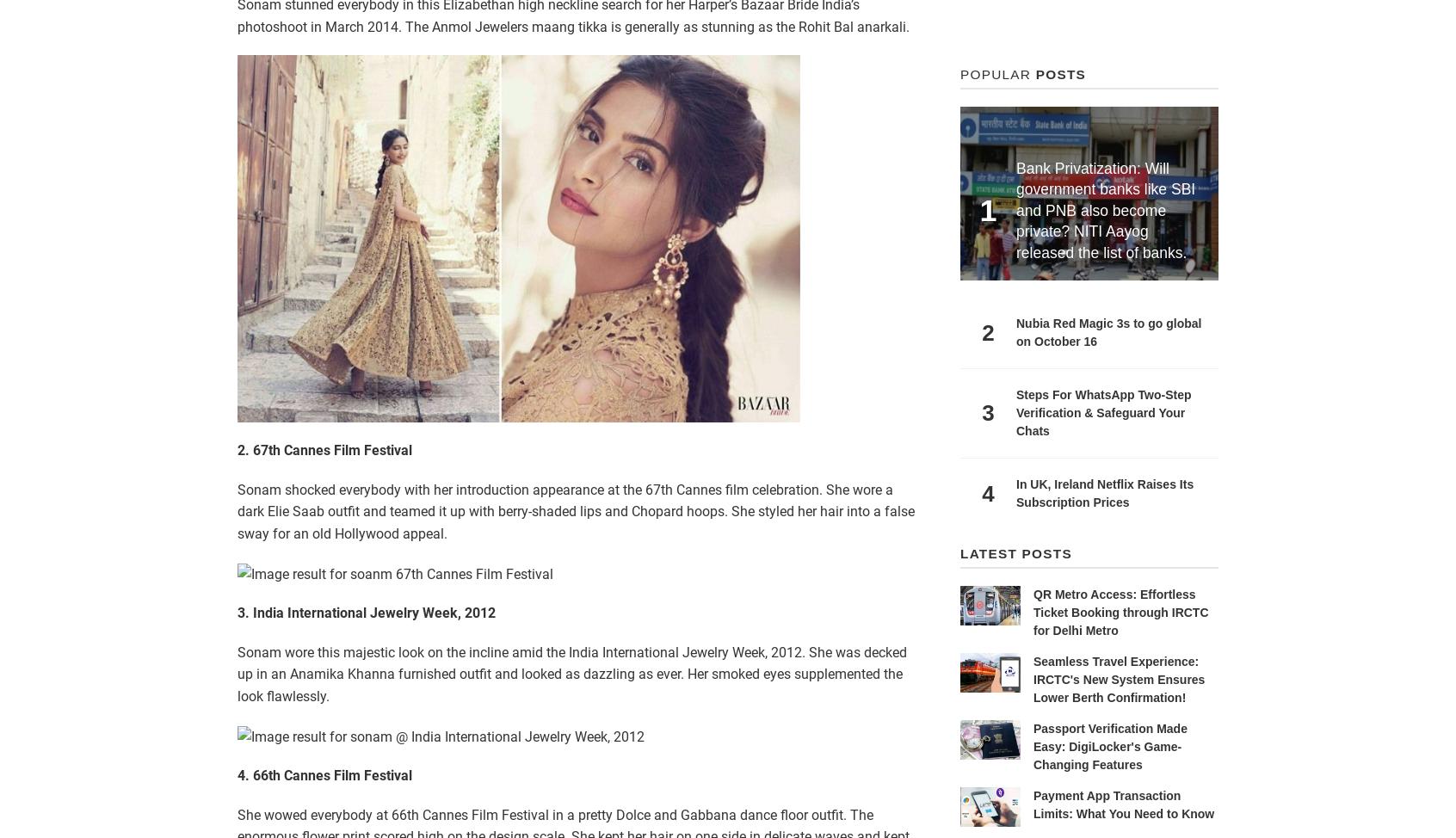  What do you see at coordinates (1102, 411) in the screenshot?
I see `'Steps For WhatsApp Two-Step Verification & Safeguard Your Chats'` at bounding box center [1102, 411].